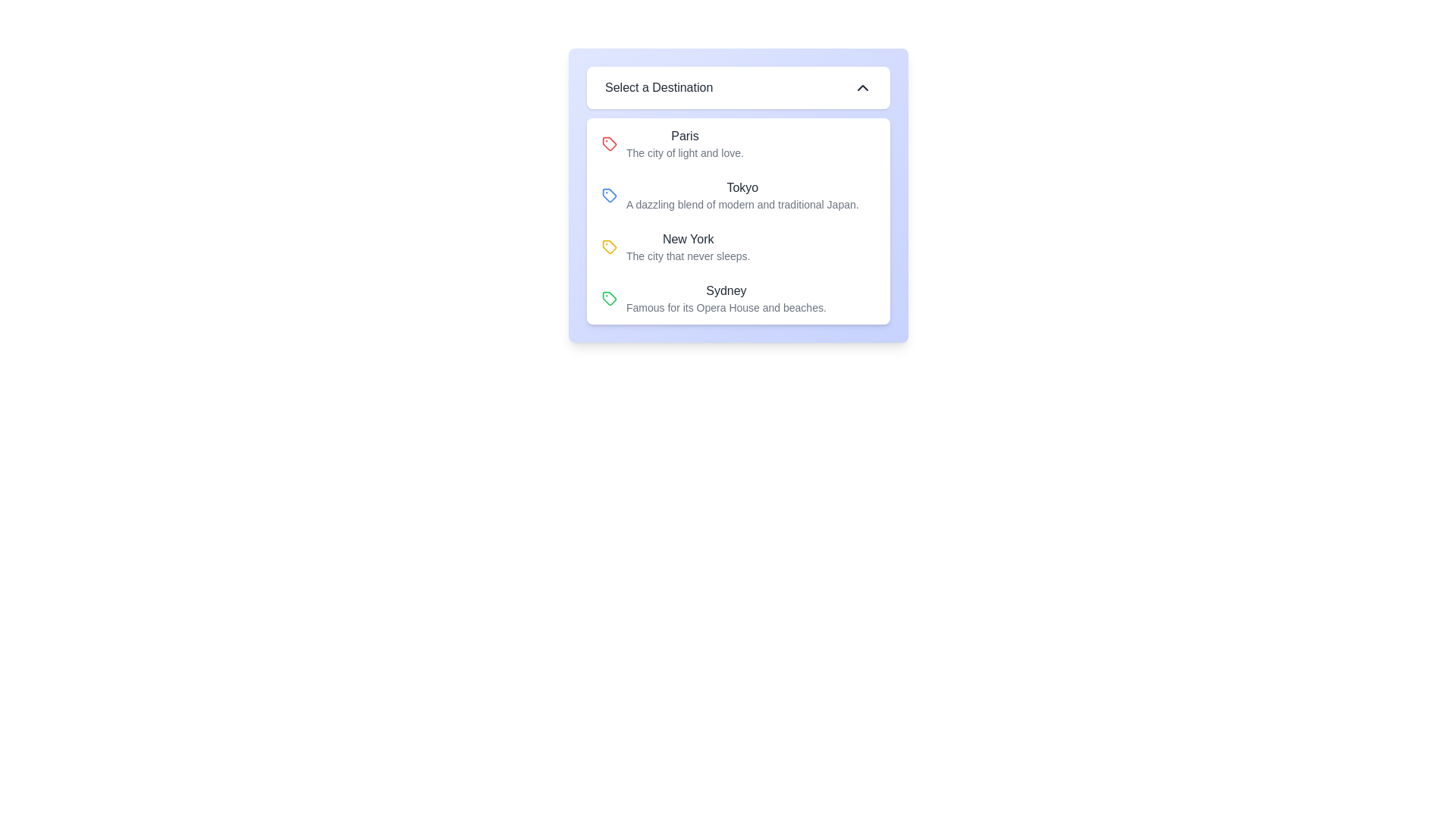 This screenshot has height=819, width=1456. I want to click on the second item in the list with the headline 'Tokyo', so click(739, 195).